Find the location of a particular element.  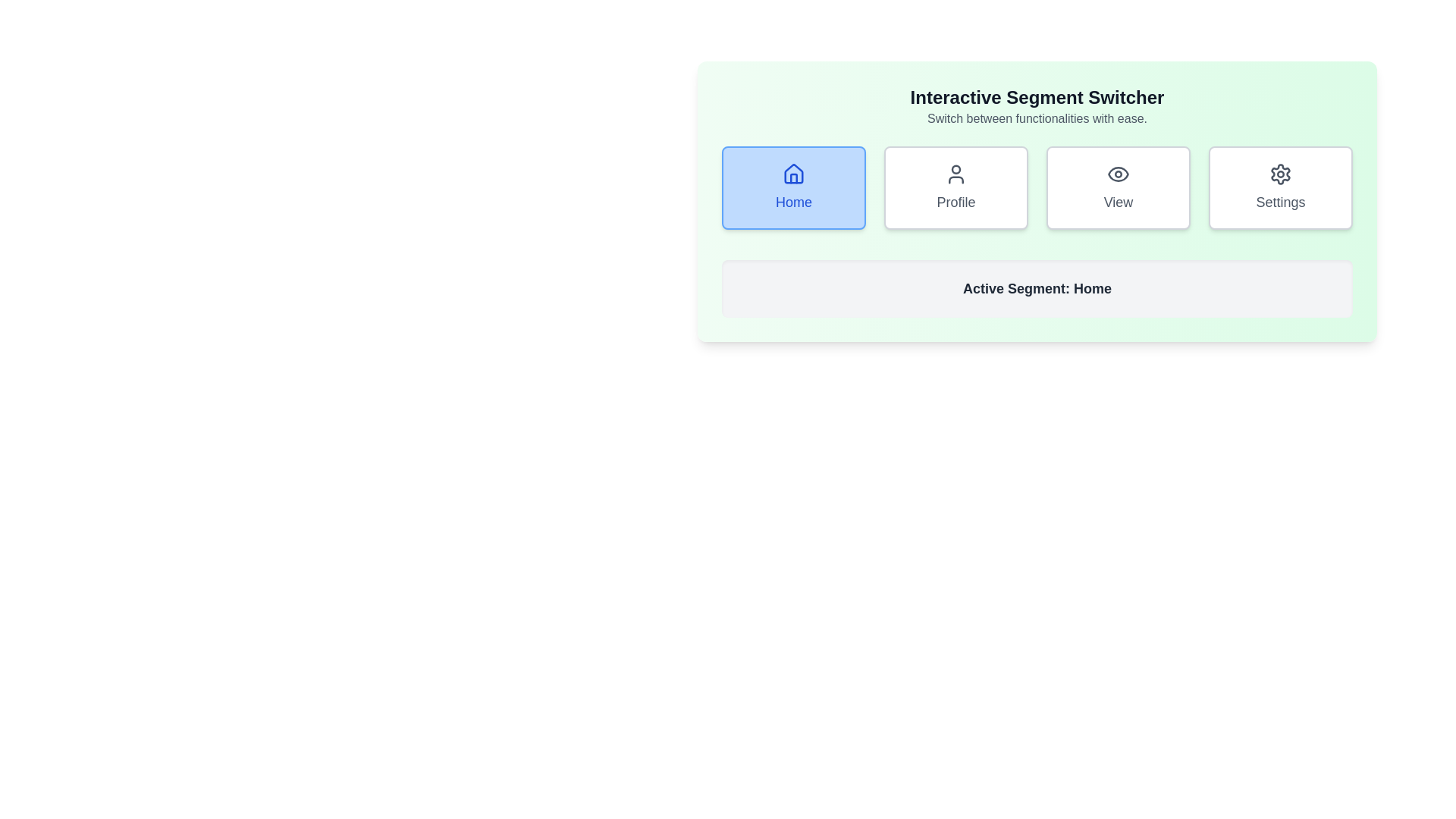

the eye icon, which is a minimalistic design located within the 'View' button, positioned third from the left among four horizontally arranged buttons is located at coordinates (1118, 174).